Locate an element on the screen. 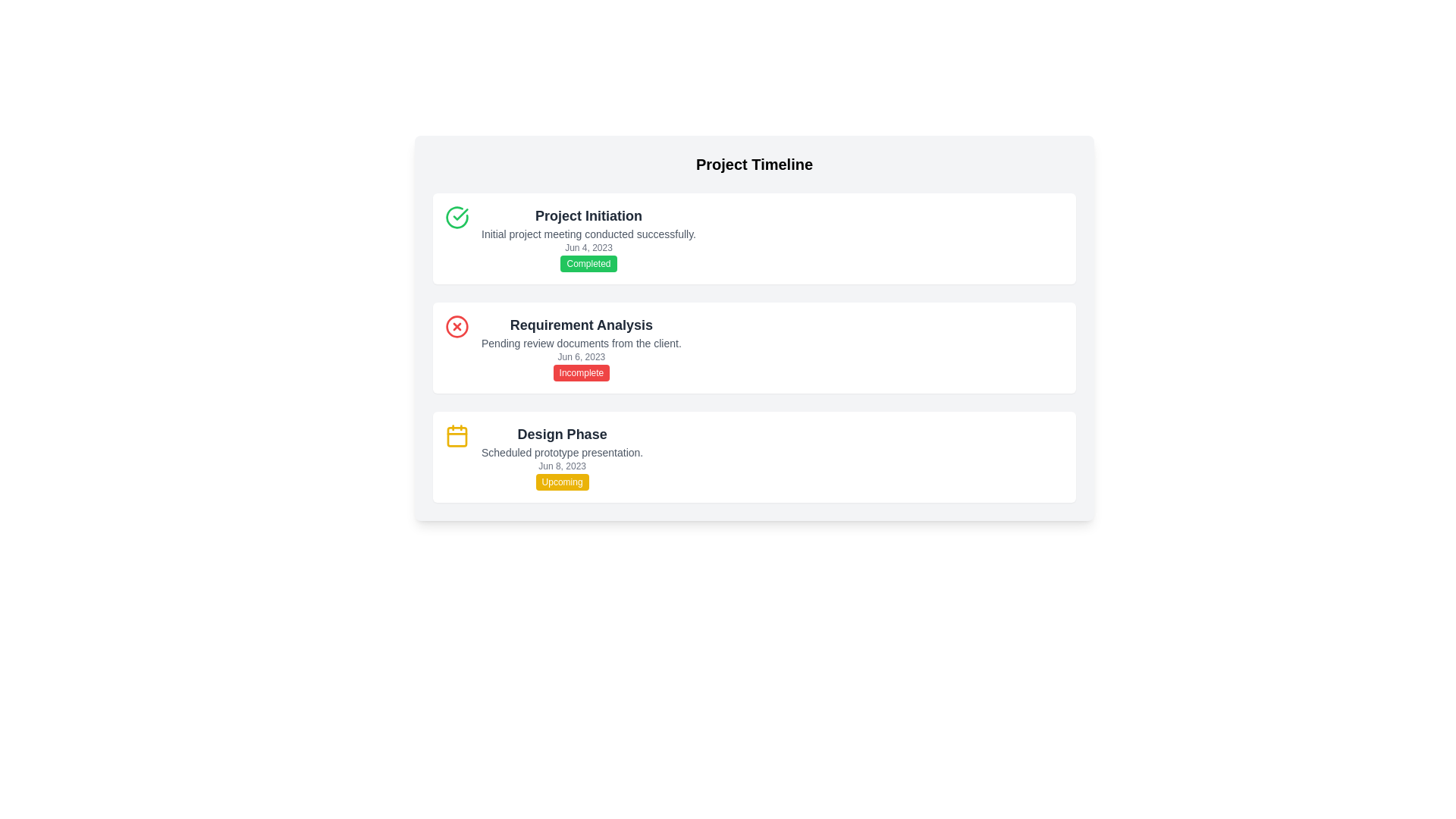 The height and width of the screenshot is (819, 1456). the visual indicator icon showing the completion of the 'Project Initiation' phase located in the upper-left corner of the 'Project Initiation' section under 'Project Timeline' is located at coordinates (460, 214).